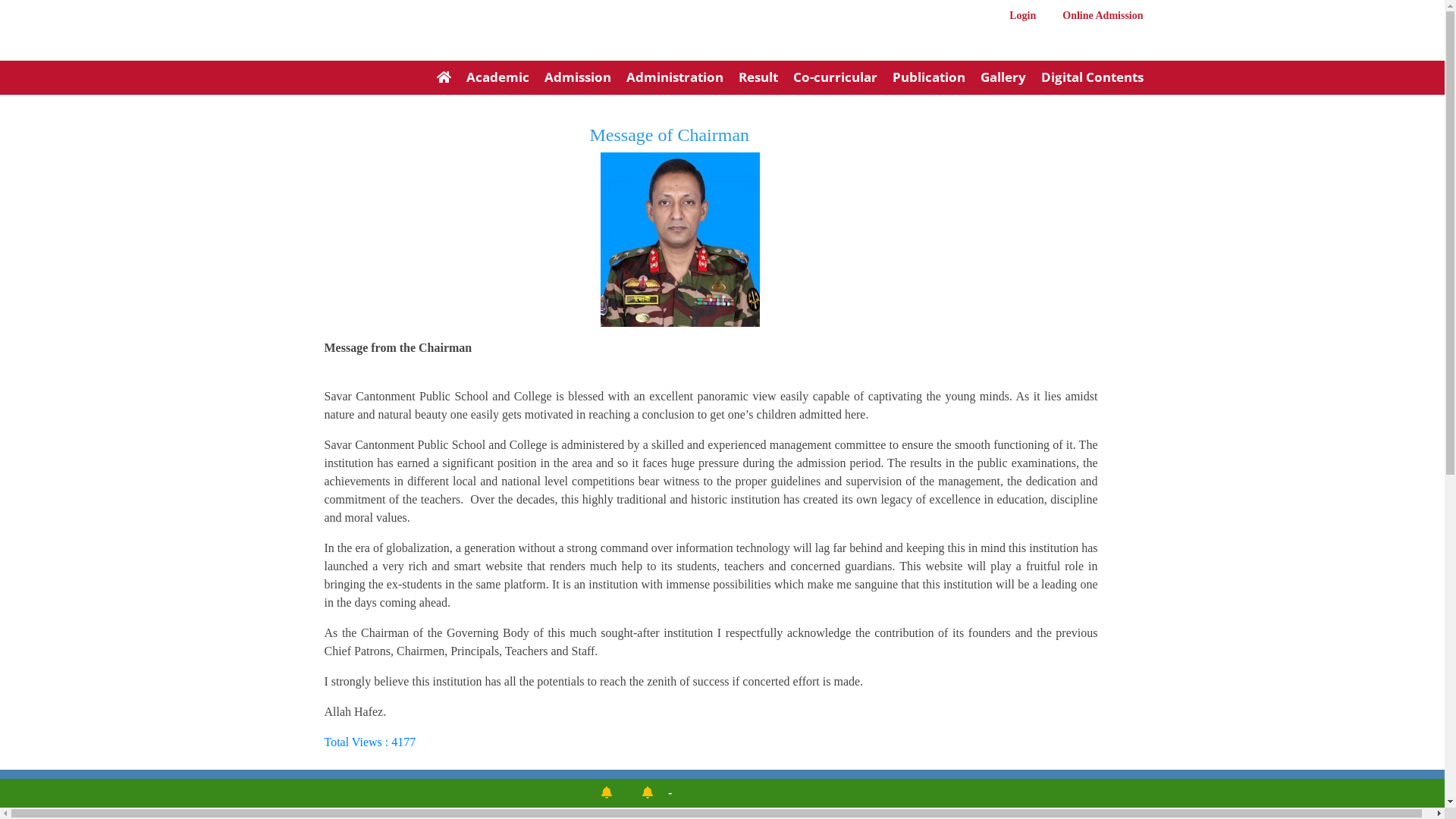 The width and height of the screenshot is (1456, 819). Describe the element at coordinates (489, 79) in the screenshot. I see `'Academic'` at that location.